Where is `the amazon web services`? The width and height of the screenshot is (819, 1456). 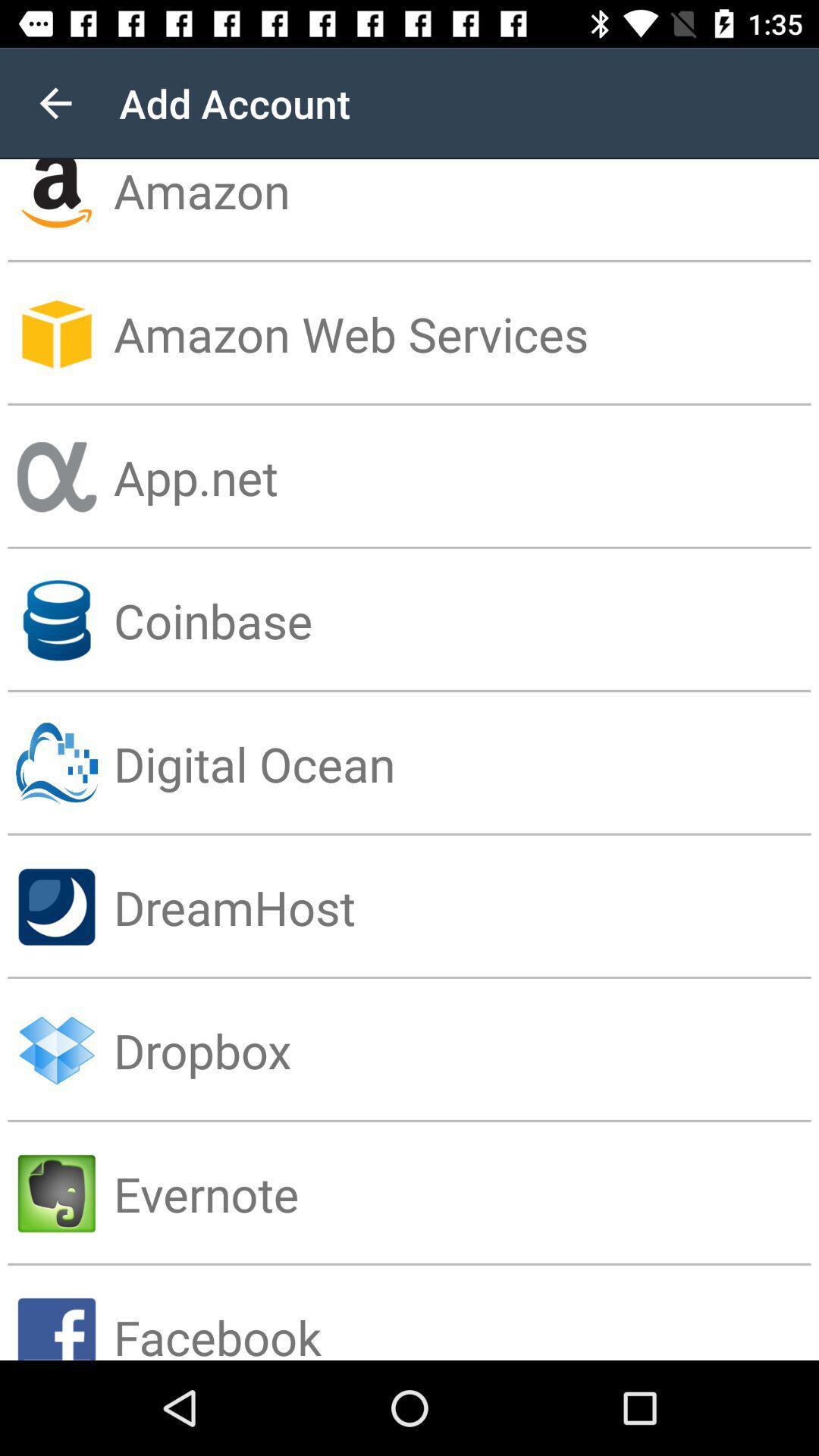 the amazon web services is located at coordinates (465, 333).